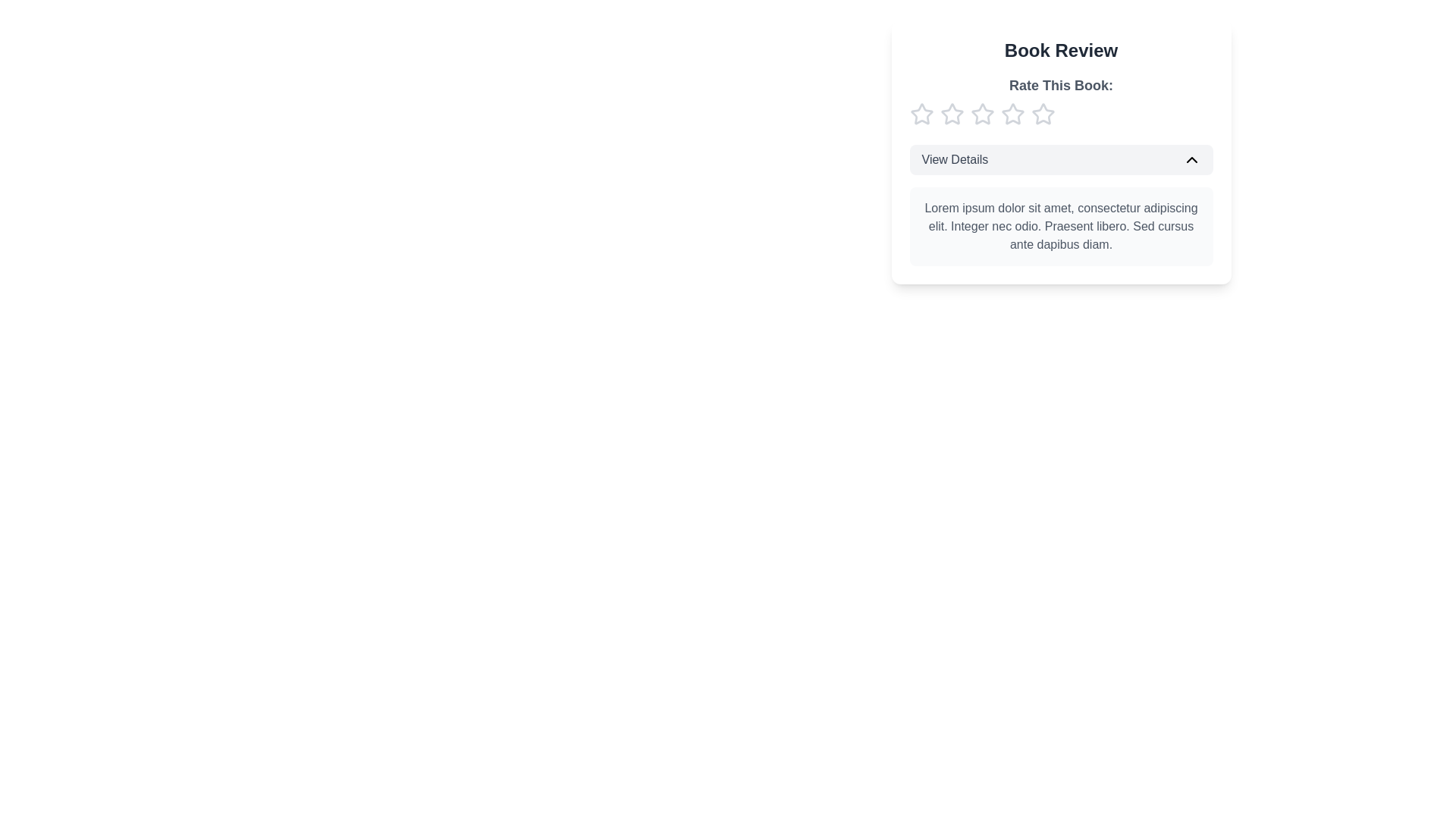  What do you see at coordinates (1042, 113) in the screenshot?
I see `the fifth star-shaped rating icon in the row, which is gray and located below the 'Rate This Book:' text` at bounding box center [1042, 113].